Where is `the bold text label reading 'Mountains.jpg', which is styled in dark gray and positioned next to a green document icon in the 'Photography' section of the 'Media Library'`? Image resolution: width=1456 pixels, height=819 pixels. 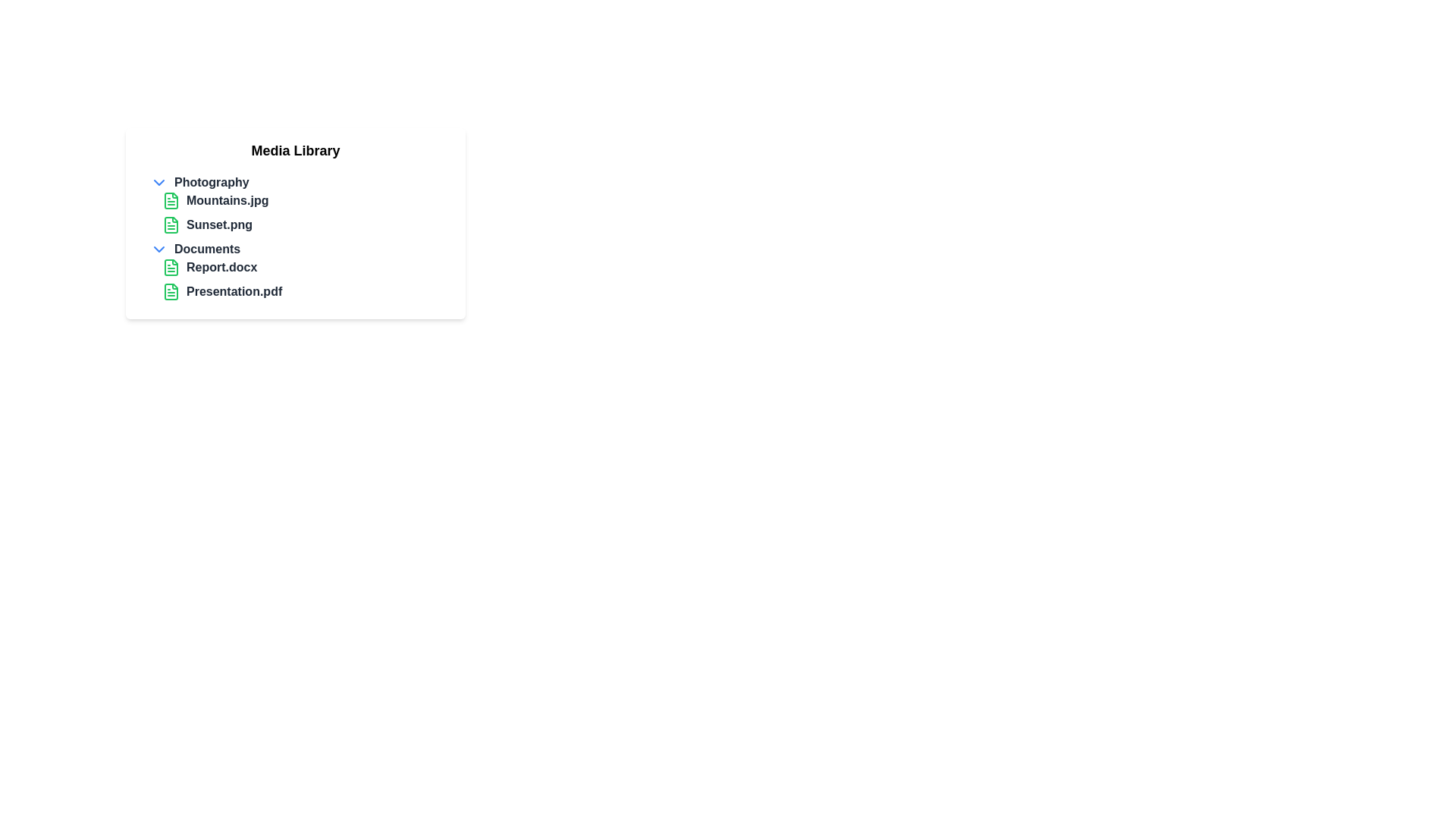
the bold text label reading 'Mountains.jpg', which is styled in dark gray and positioned next to a green document icon in the 'Photography' section of the 'Media Library' is located at coordinates (227, 200).